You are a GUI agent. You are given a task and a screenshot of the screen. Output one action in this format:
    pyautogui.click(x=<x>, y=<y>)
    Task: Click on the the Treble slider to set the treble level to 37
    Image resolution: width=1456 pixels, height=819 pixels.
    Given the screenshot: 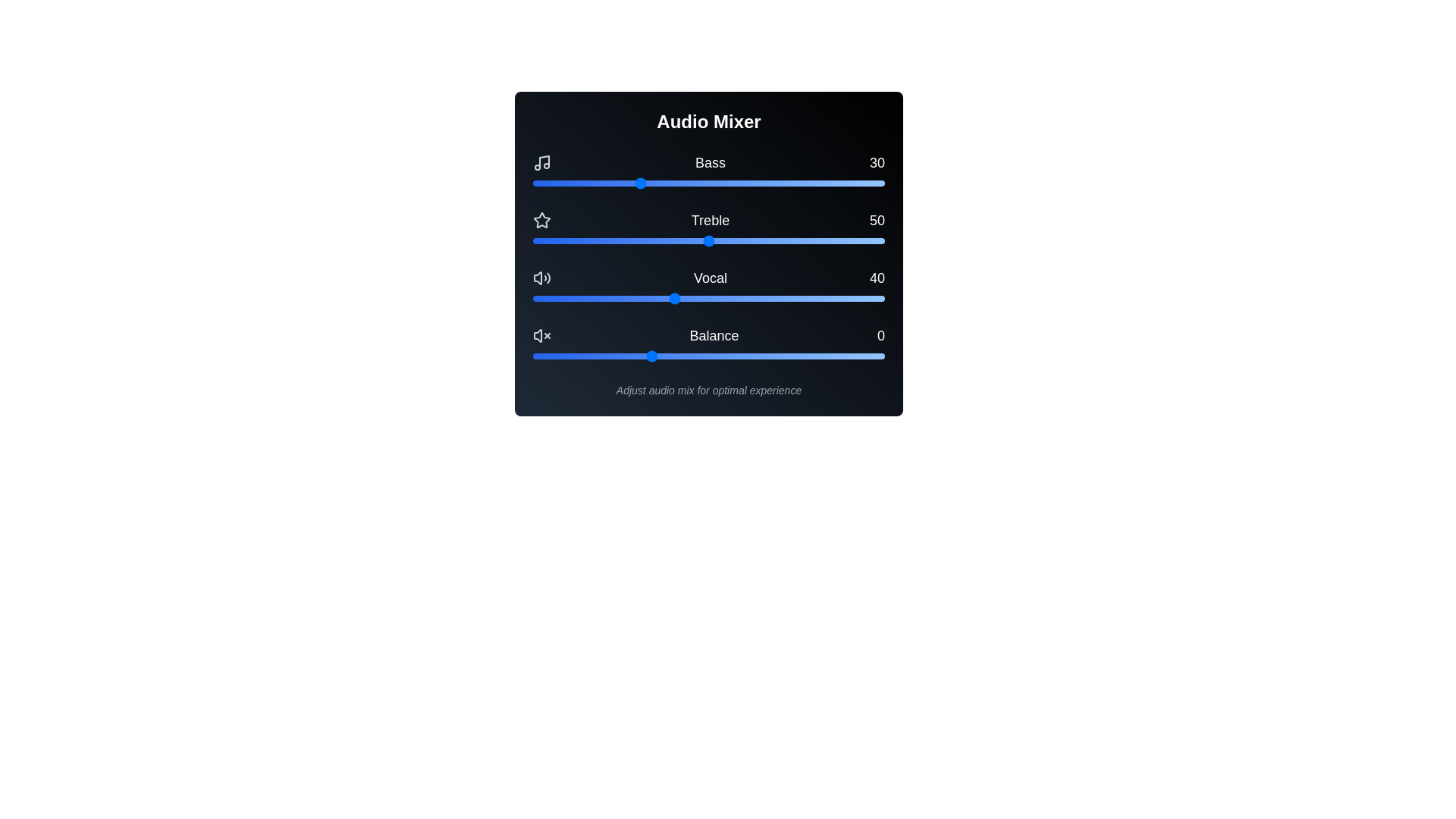 What is the action you would take?
    pyautogui.click(x=663, y=240)
    